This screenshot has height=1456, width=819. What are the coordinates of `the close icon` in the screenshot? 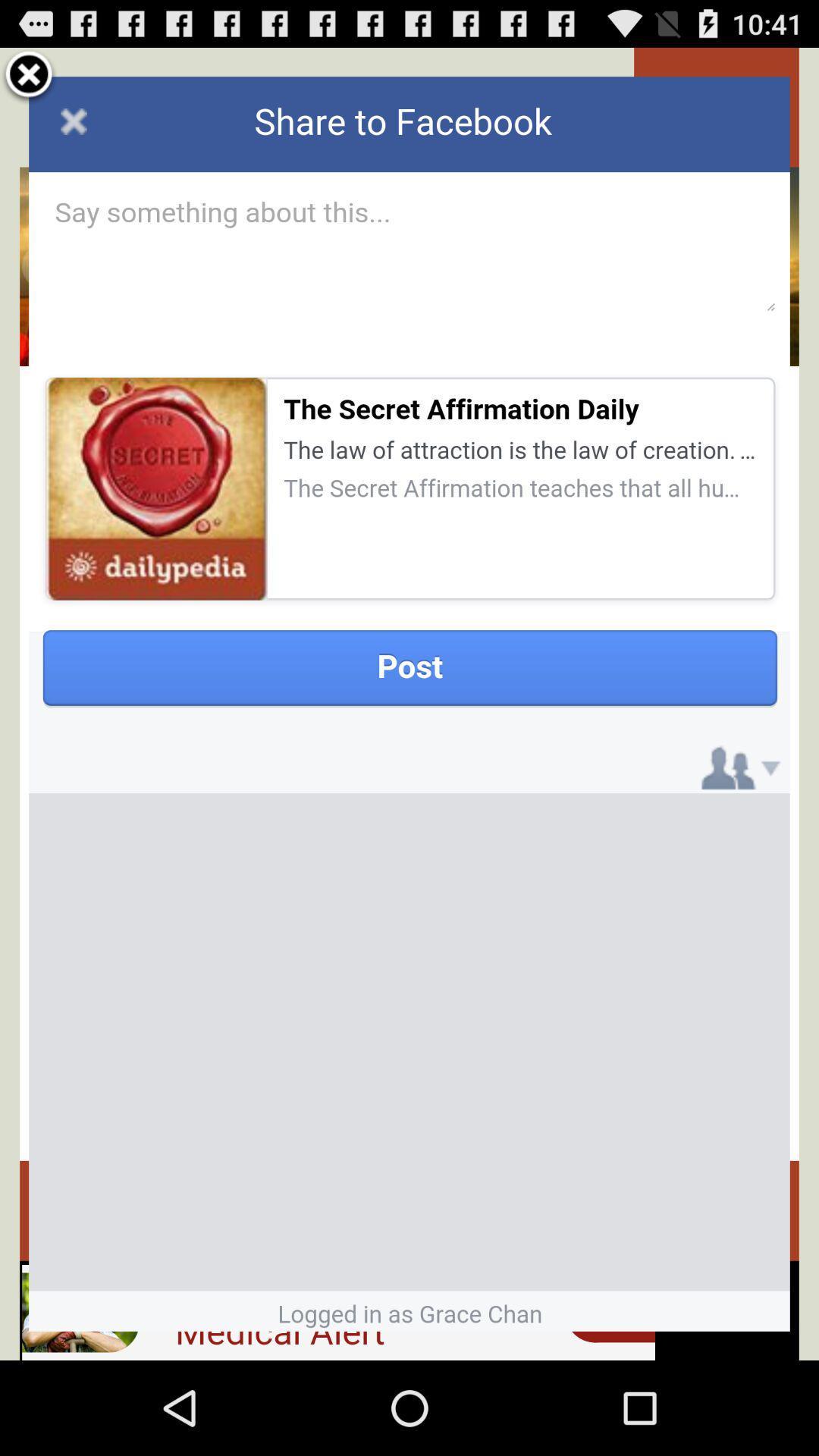 It's located at (29, 81).